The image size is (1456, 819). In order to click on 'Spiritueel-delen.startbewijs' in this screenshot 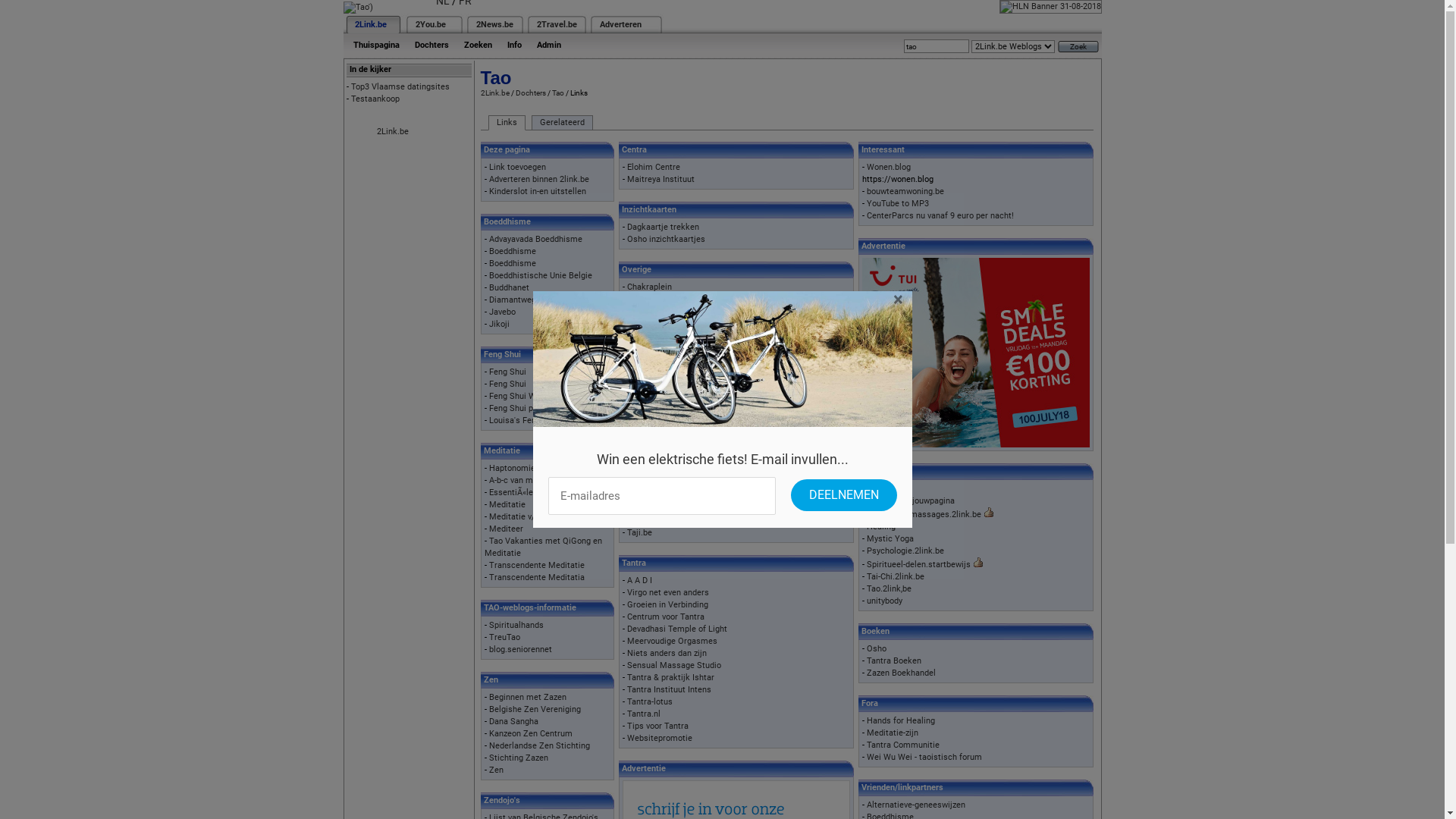, I will do `click(917, 564)`.